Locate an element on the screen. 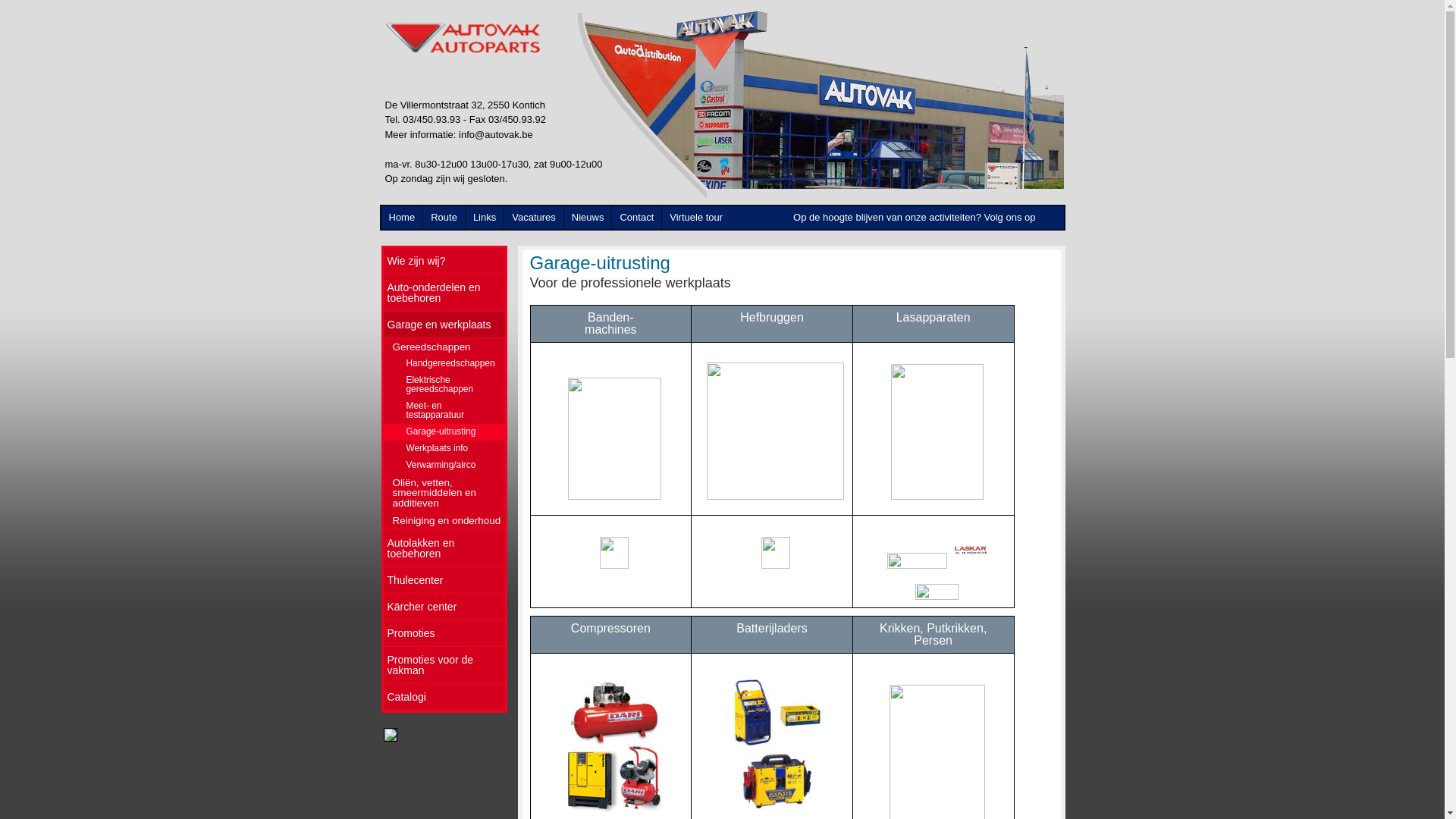 This screenshot has height=819, width=1456. 'Promoties' is located at coordinates (443, 633).